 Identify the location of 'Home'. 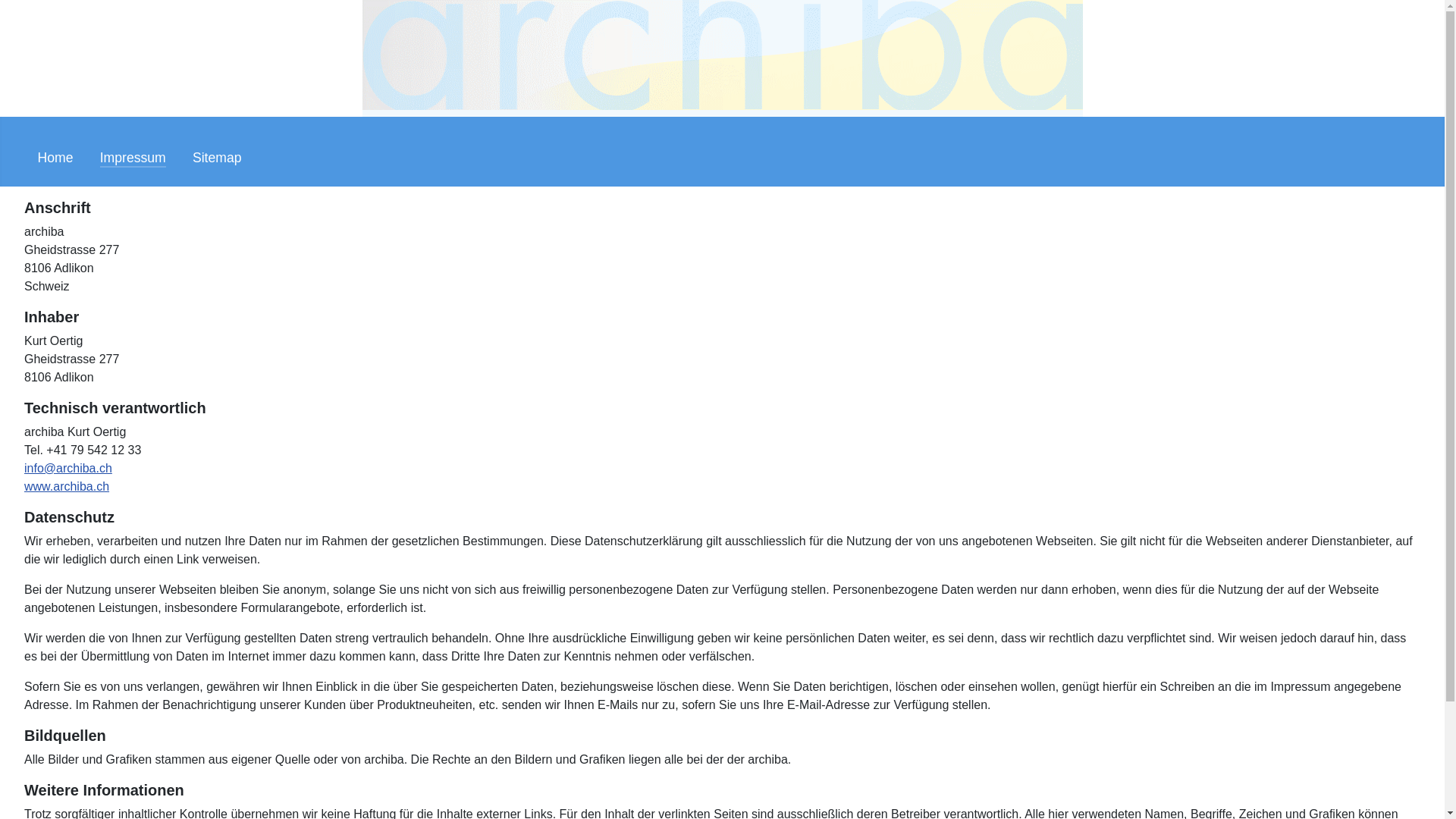
(55, 158).